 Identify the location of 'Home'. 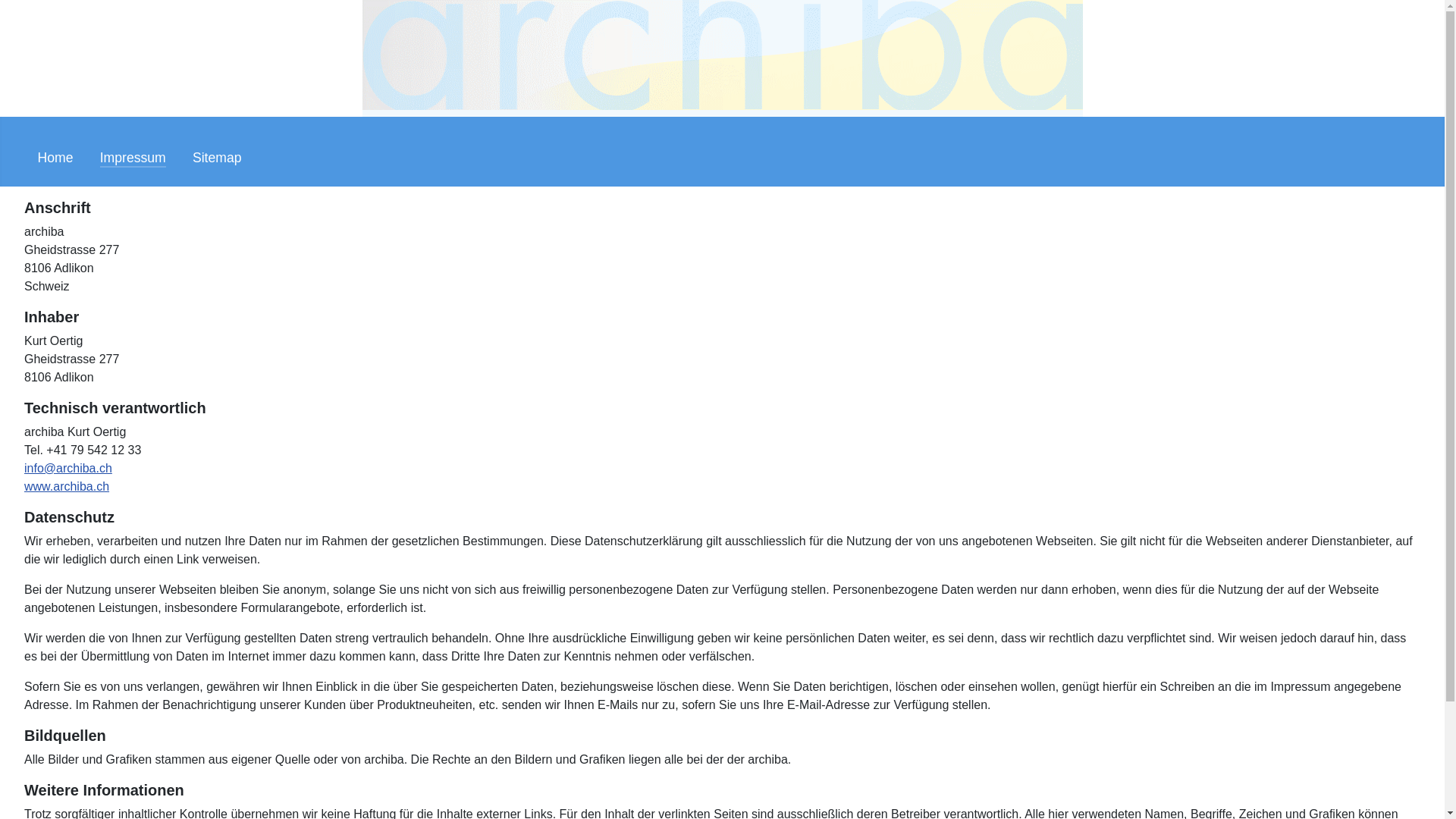
(55, 158).